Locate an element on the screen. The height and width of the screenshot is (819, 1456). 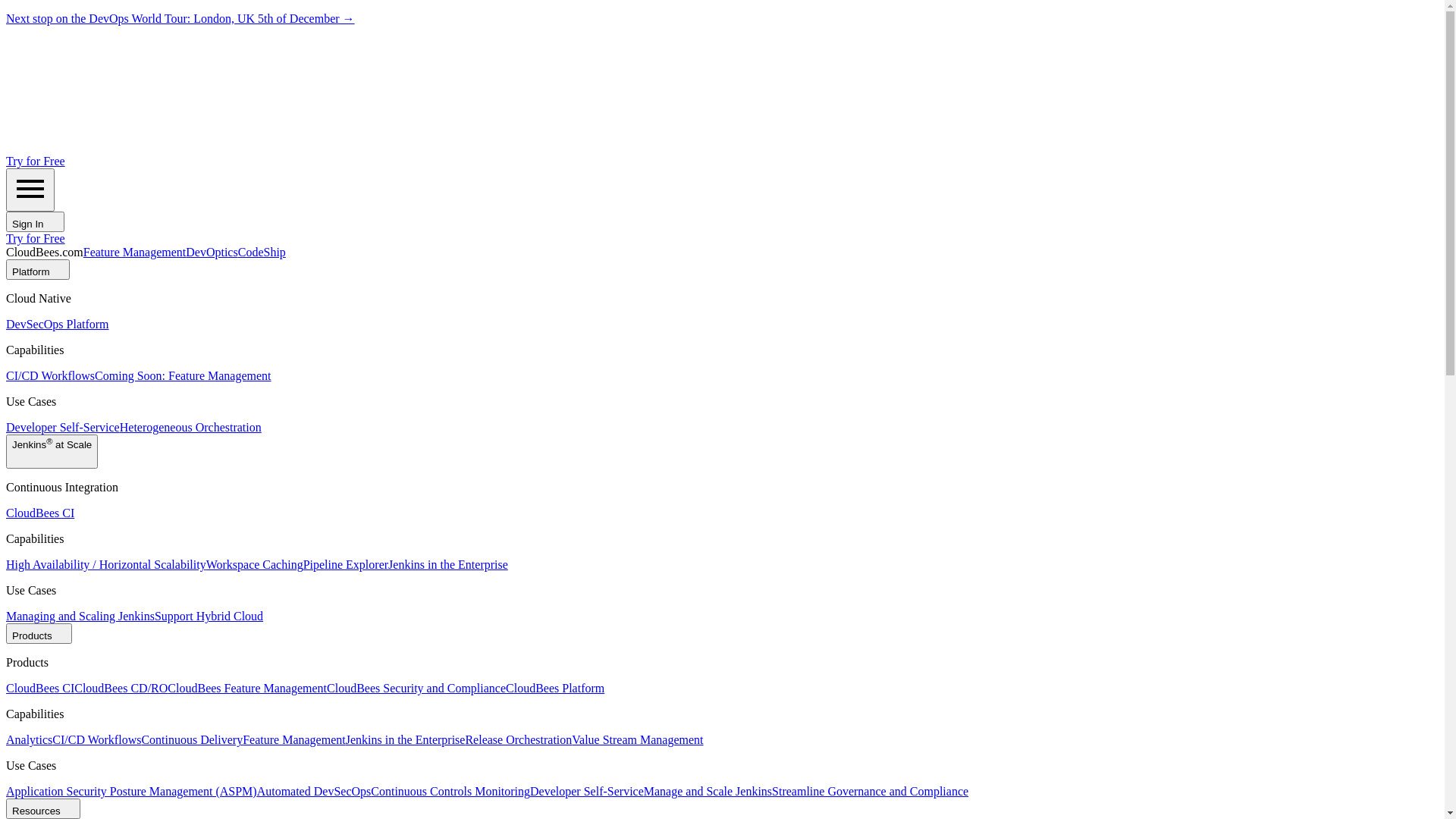
'Value Stream Management' is located at coordinates (637, 739).